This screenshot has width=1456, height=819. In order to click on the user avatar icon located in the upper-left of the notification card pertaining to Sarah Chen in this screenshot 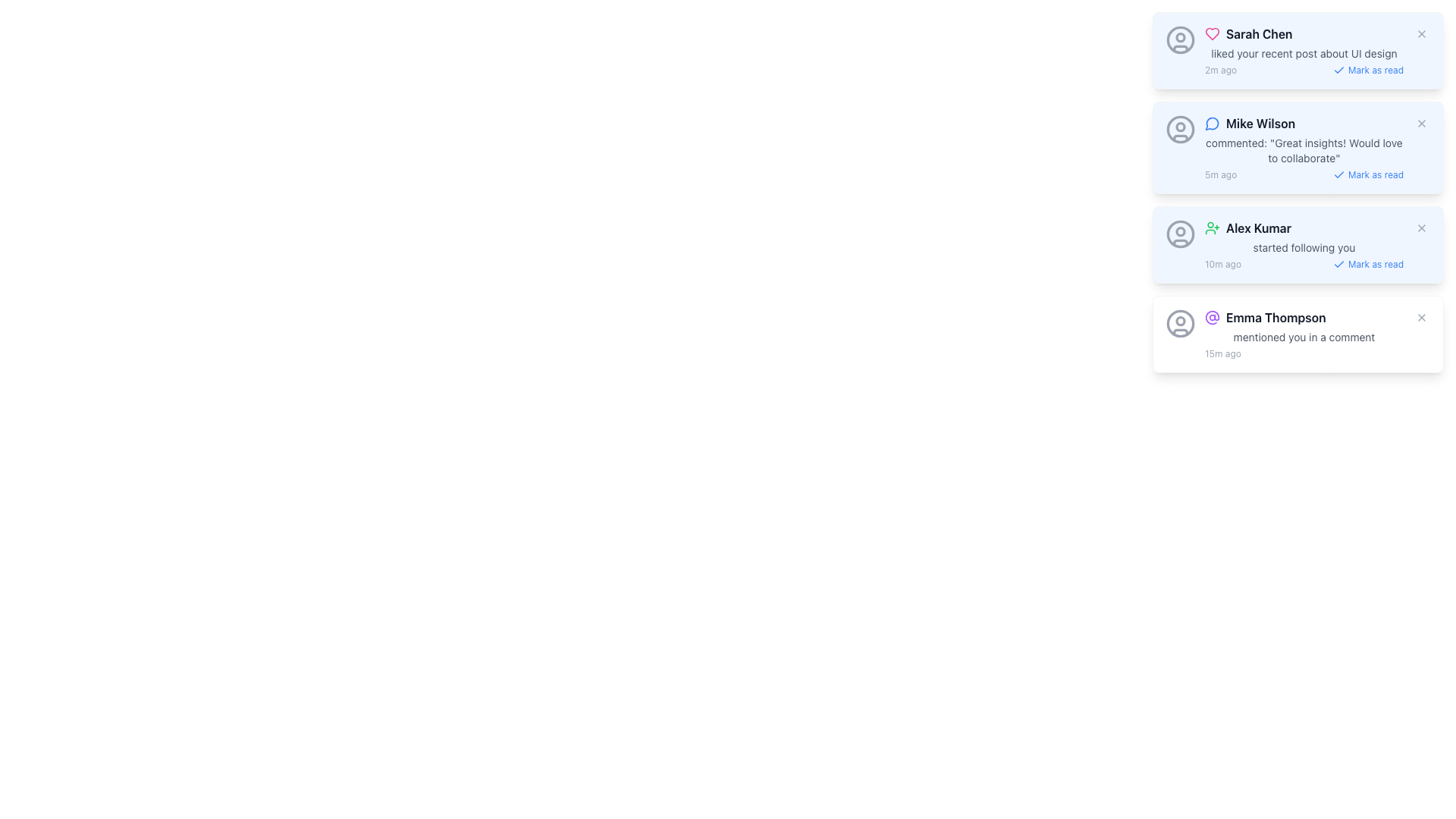, I will do `click(1179, 39)`.